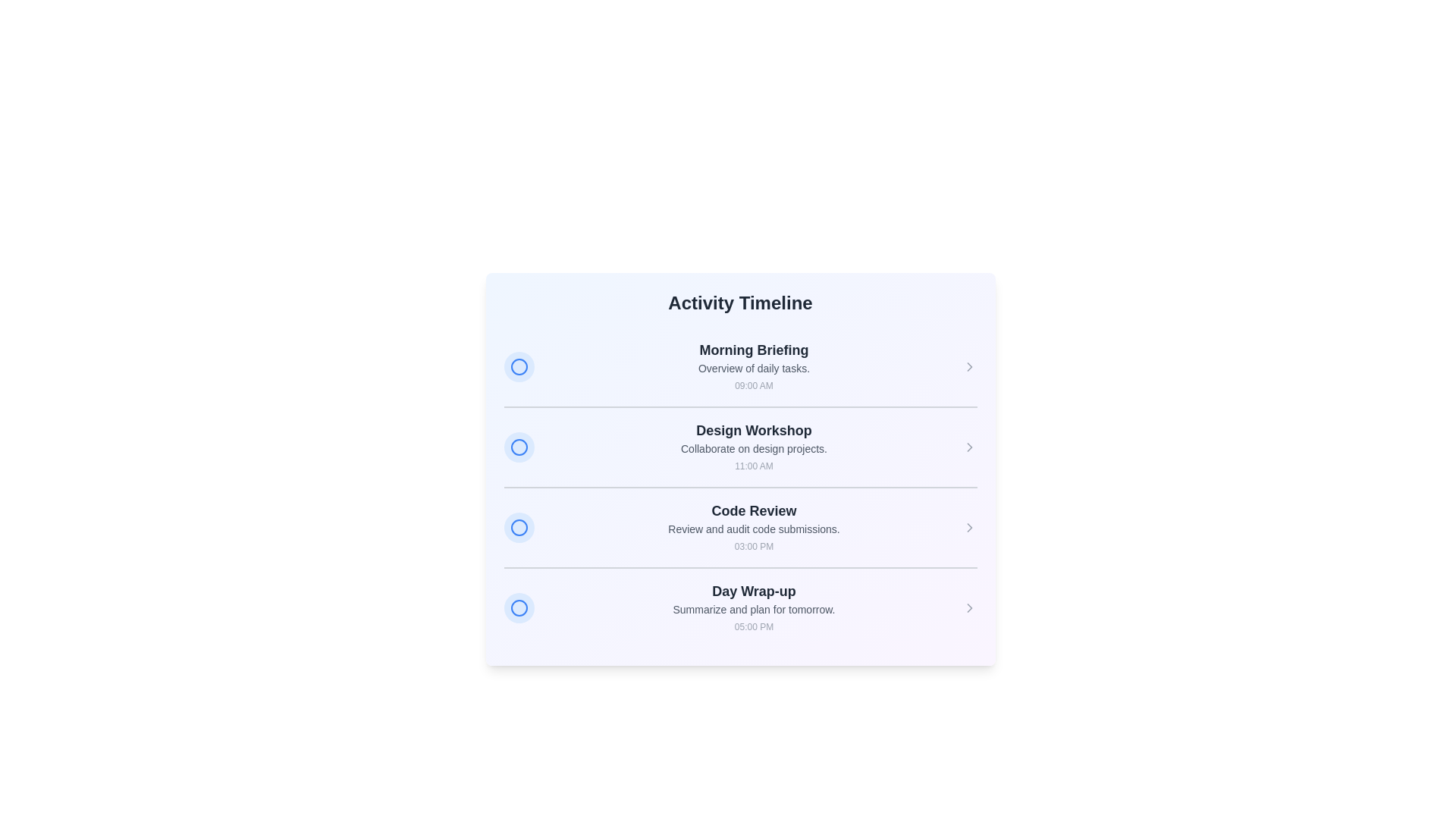 Image resolution: width=1456 pixels, height=819 pixels. Describe the element at coordinates (519, 447) in the screenshot. I see `the SVG Circle Component associated with the 'Design Workshop' entry in the second row of the activity timeline` at that location.